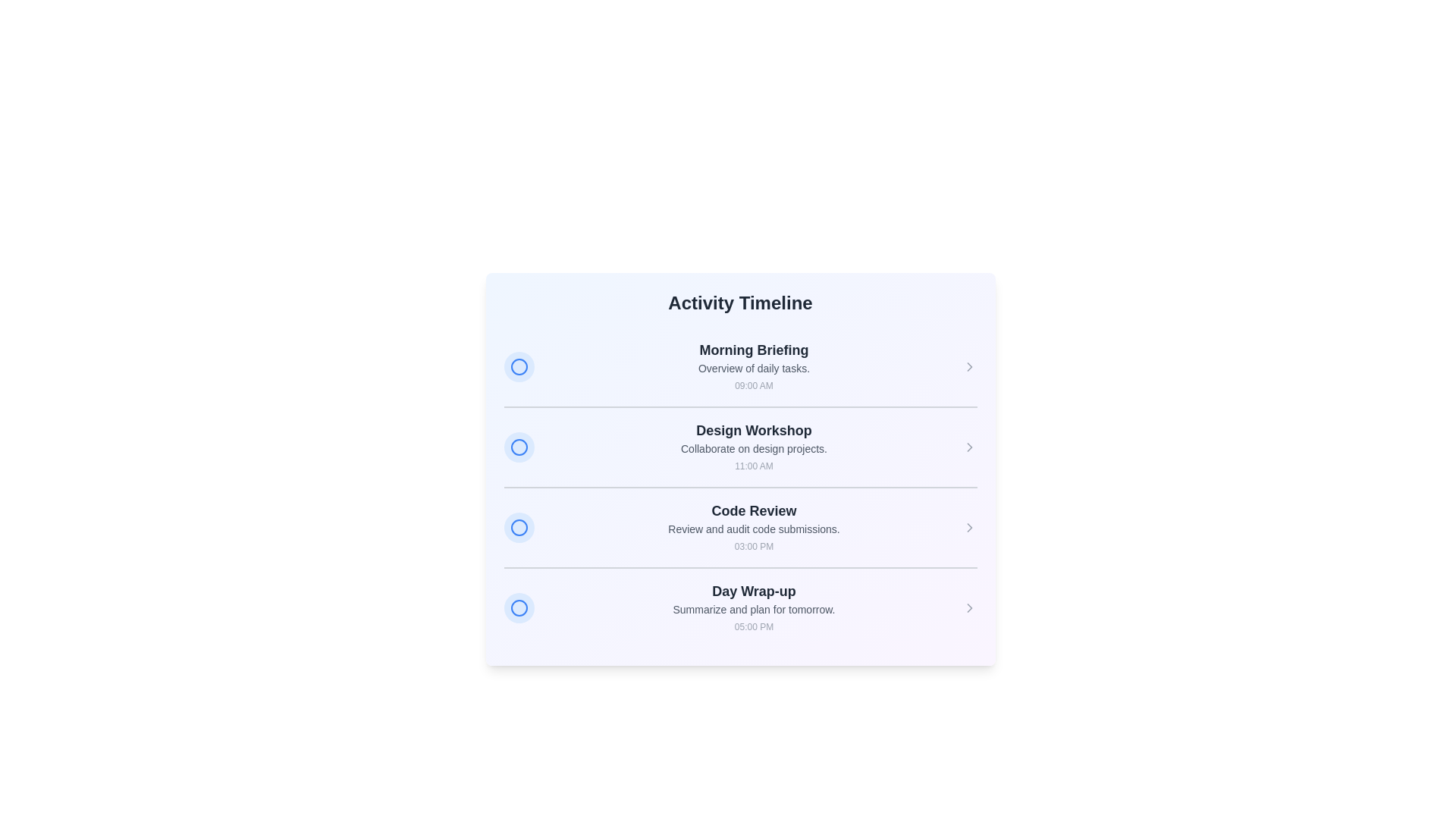 Image resolution: width=1456 pixels, height=819 pixels. Describe the element at coordinates (519, 447) in the screenshot. I see `the SVG Circle Component associated with the 'Design Workshop' entry in the second row of the activity timeline` at that location.